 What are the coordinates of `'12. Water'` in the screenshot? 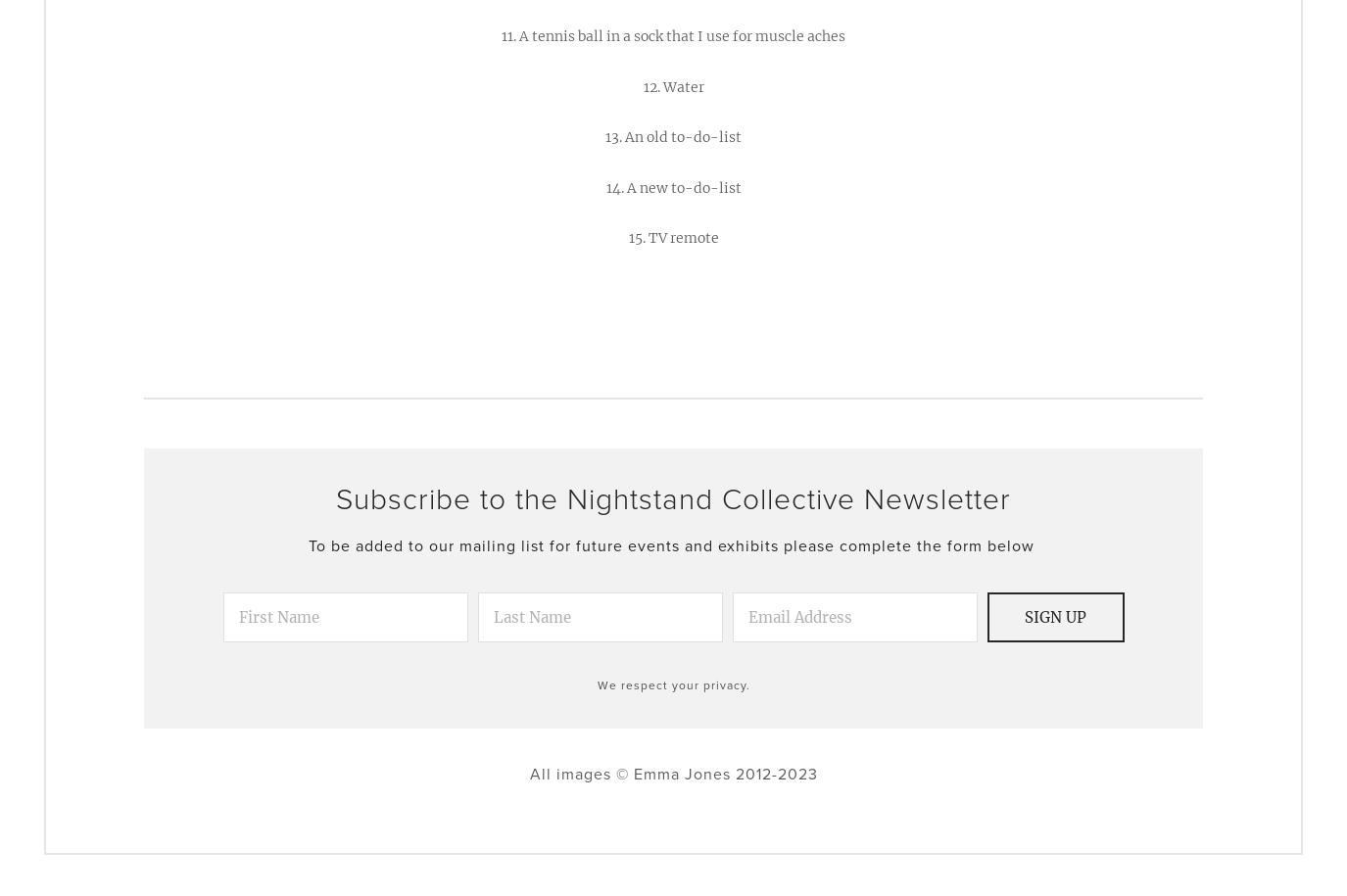 It's located at (671, 85).